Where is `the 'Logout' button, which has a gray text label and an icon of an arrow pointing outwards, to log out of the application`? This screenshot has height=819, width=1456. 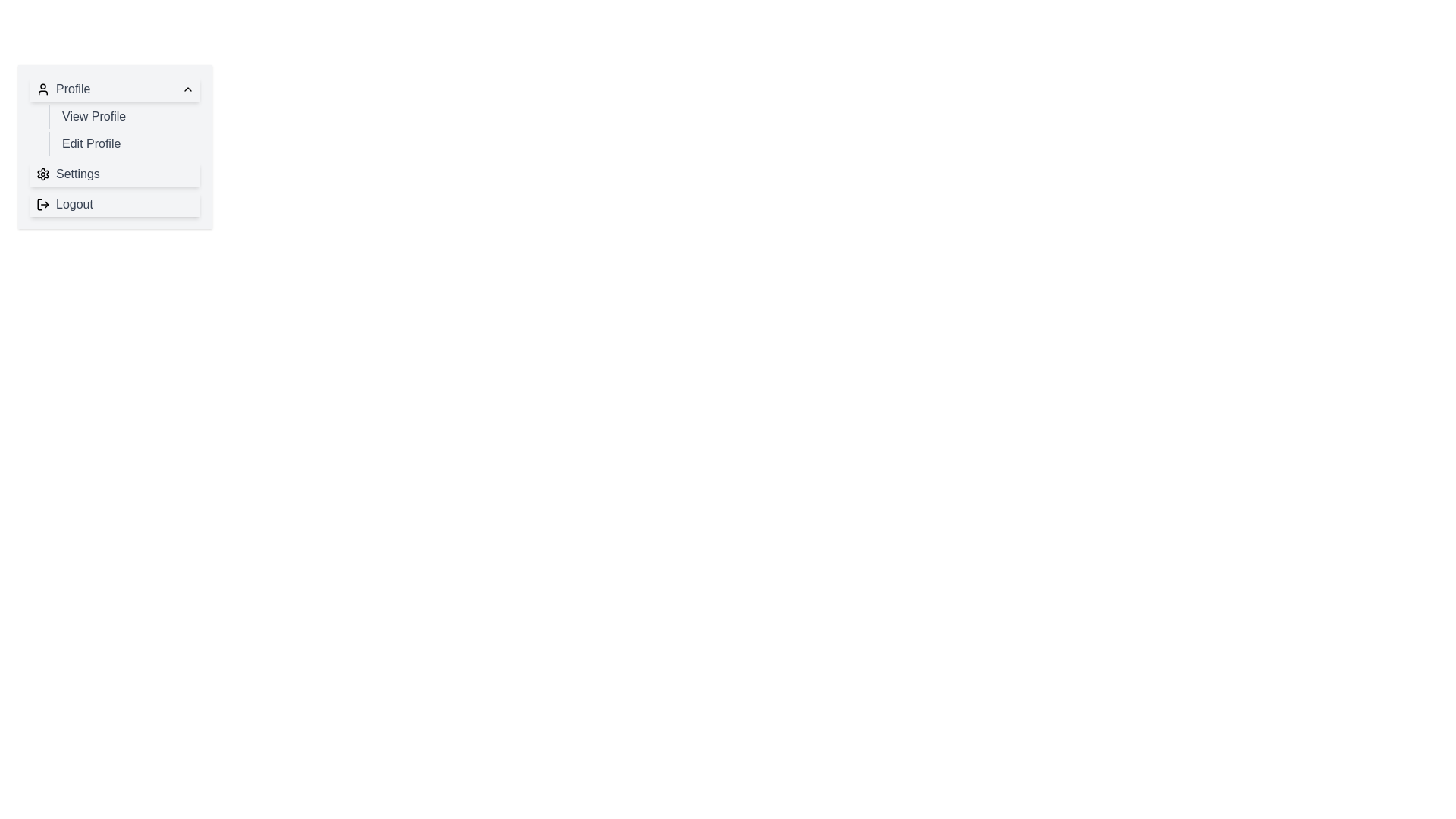 the 'Logout' button, which has a gray text label and an icon of an arrow pointing outwards, to log out of the application is located at coordinates (64, 205).